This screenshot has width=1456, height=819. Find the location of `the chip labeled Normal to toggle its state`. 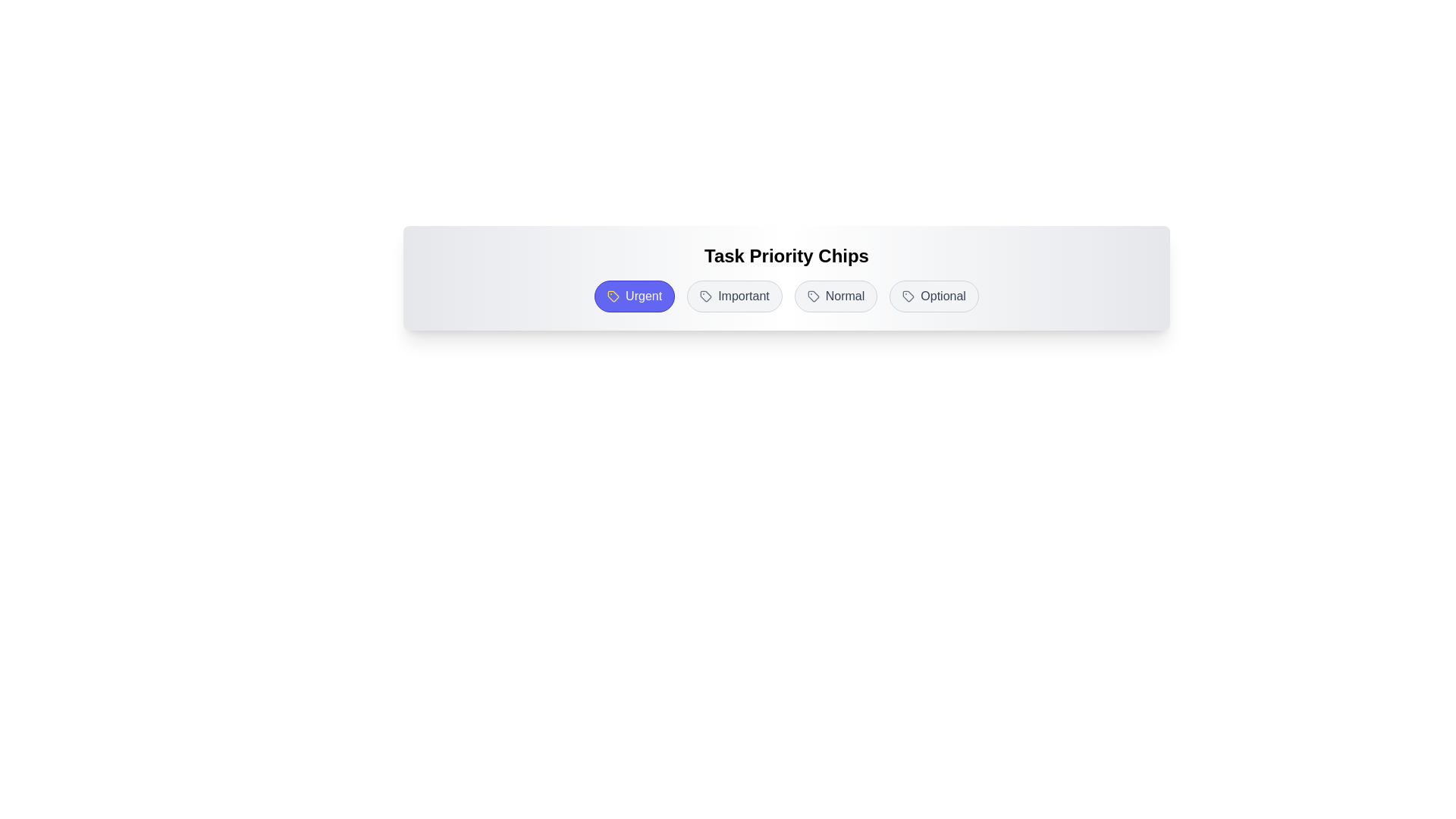

the chip labeled Normal to toggle its state is located at coordinates (835, 296).